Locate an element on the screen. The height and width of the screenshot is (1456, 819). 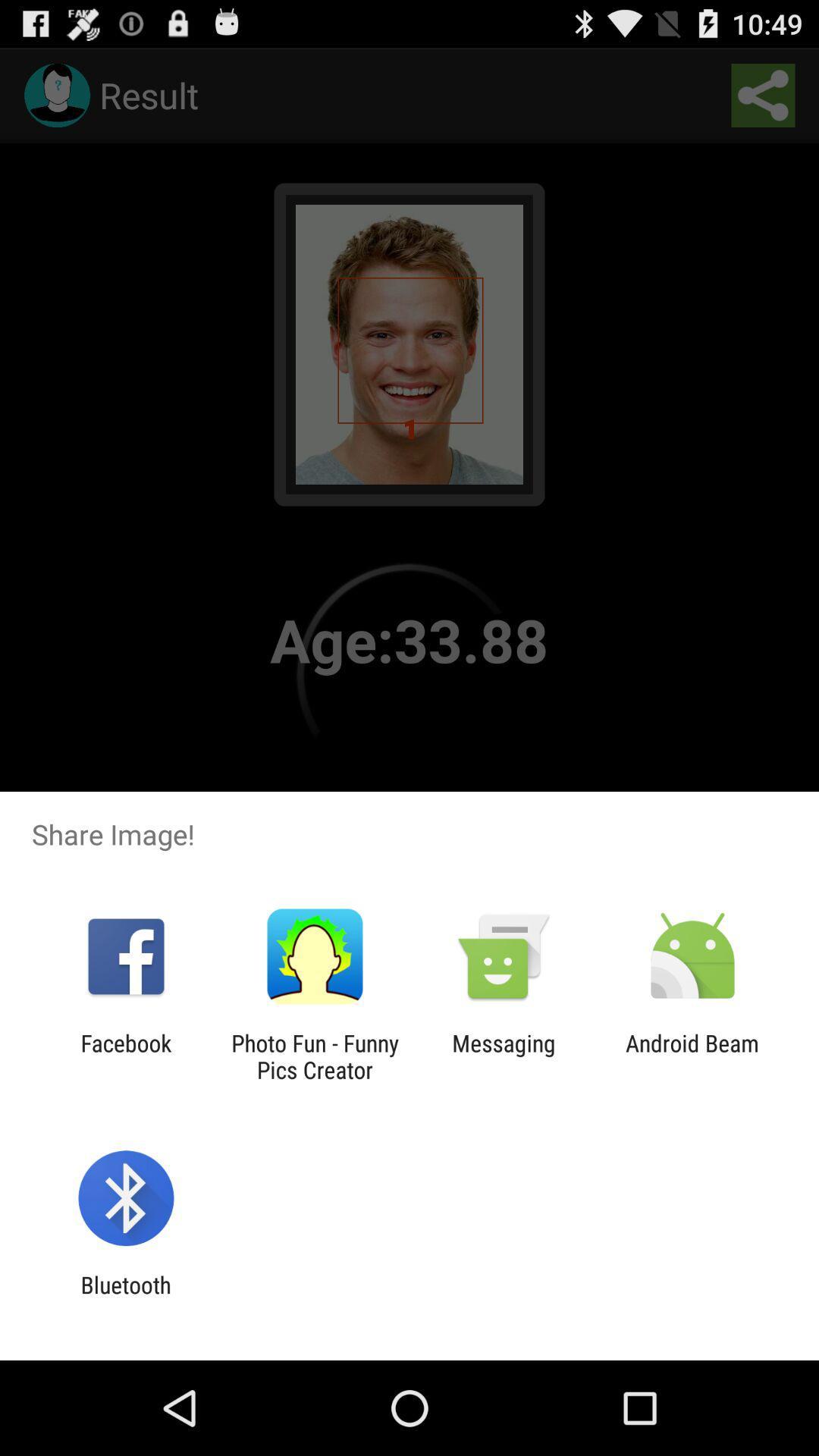
the icon to the left of photo fun funny is located at coordinates (125, 1056).